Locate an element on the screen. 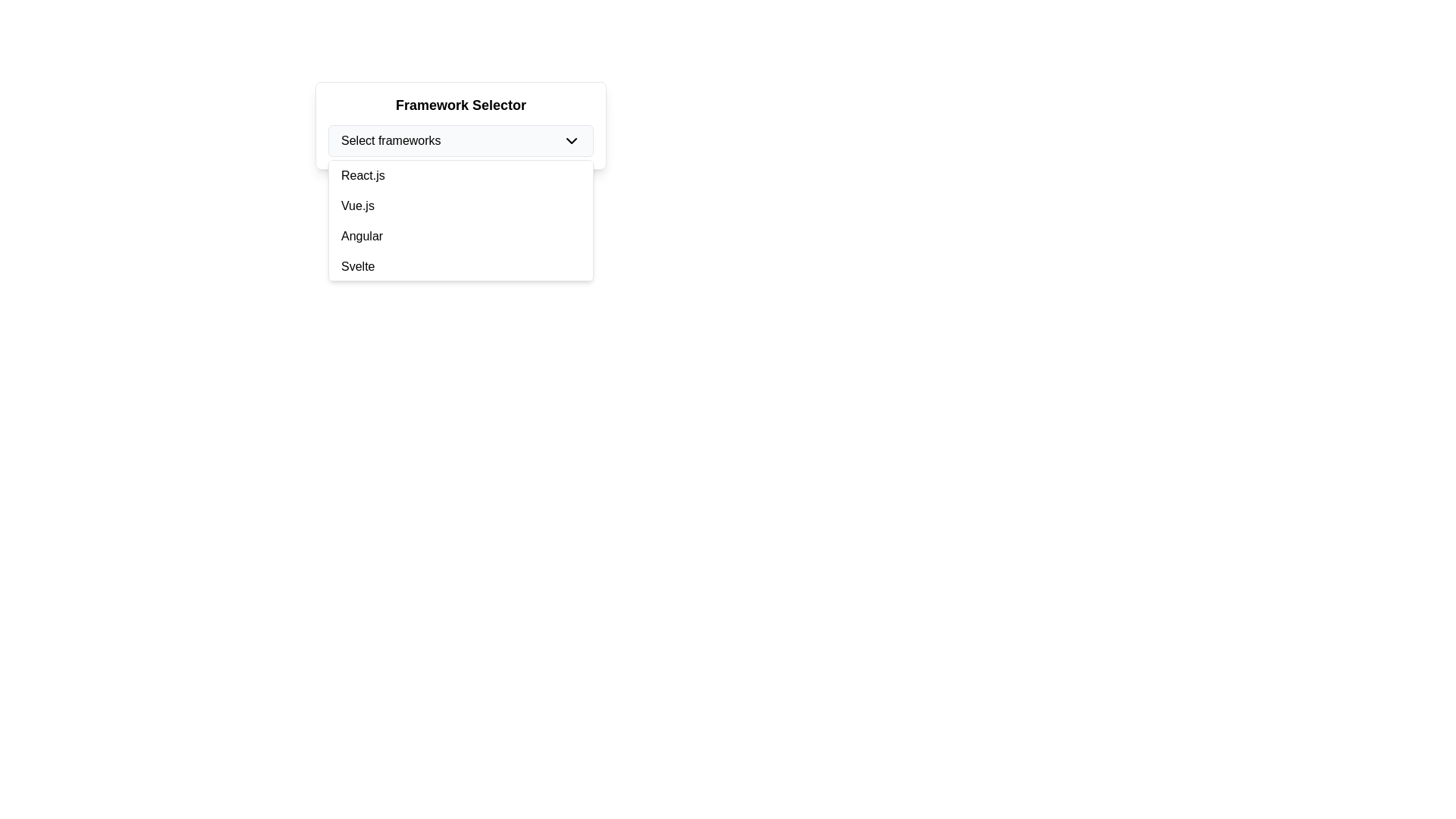  the 'Angular' dropdown menu item, which is the third option in the dropdown list is located at coordinates (460, 237).